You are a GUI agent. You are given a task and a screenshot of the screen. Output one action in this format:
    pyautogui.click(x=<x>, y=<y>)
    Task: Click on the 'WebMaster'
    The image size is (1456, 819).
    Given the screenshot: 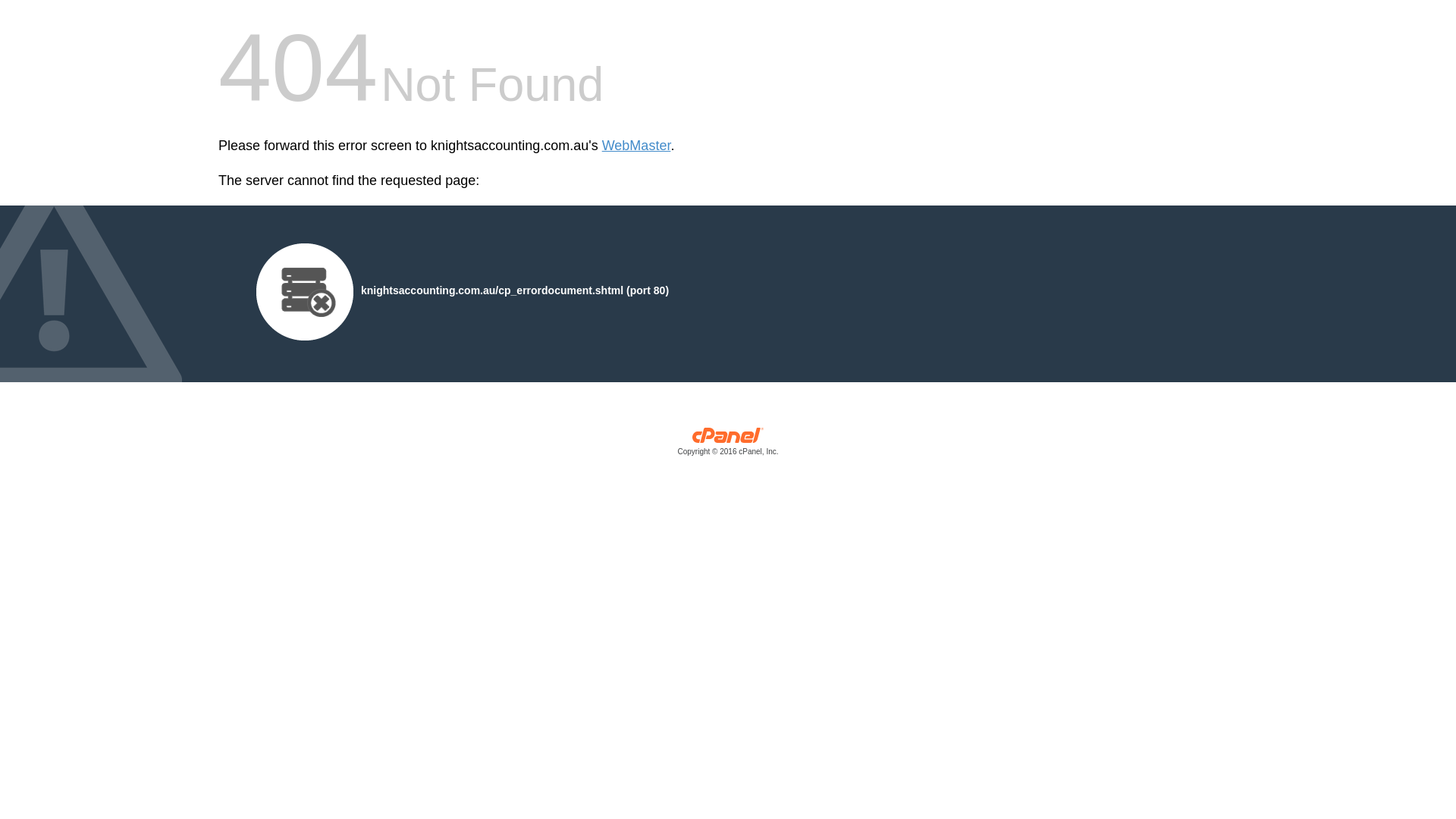 What is the action you would take?
    pyautogui.click(x=636, y=146)
    